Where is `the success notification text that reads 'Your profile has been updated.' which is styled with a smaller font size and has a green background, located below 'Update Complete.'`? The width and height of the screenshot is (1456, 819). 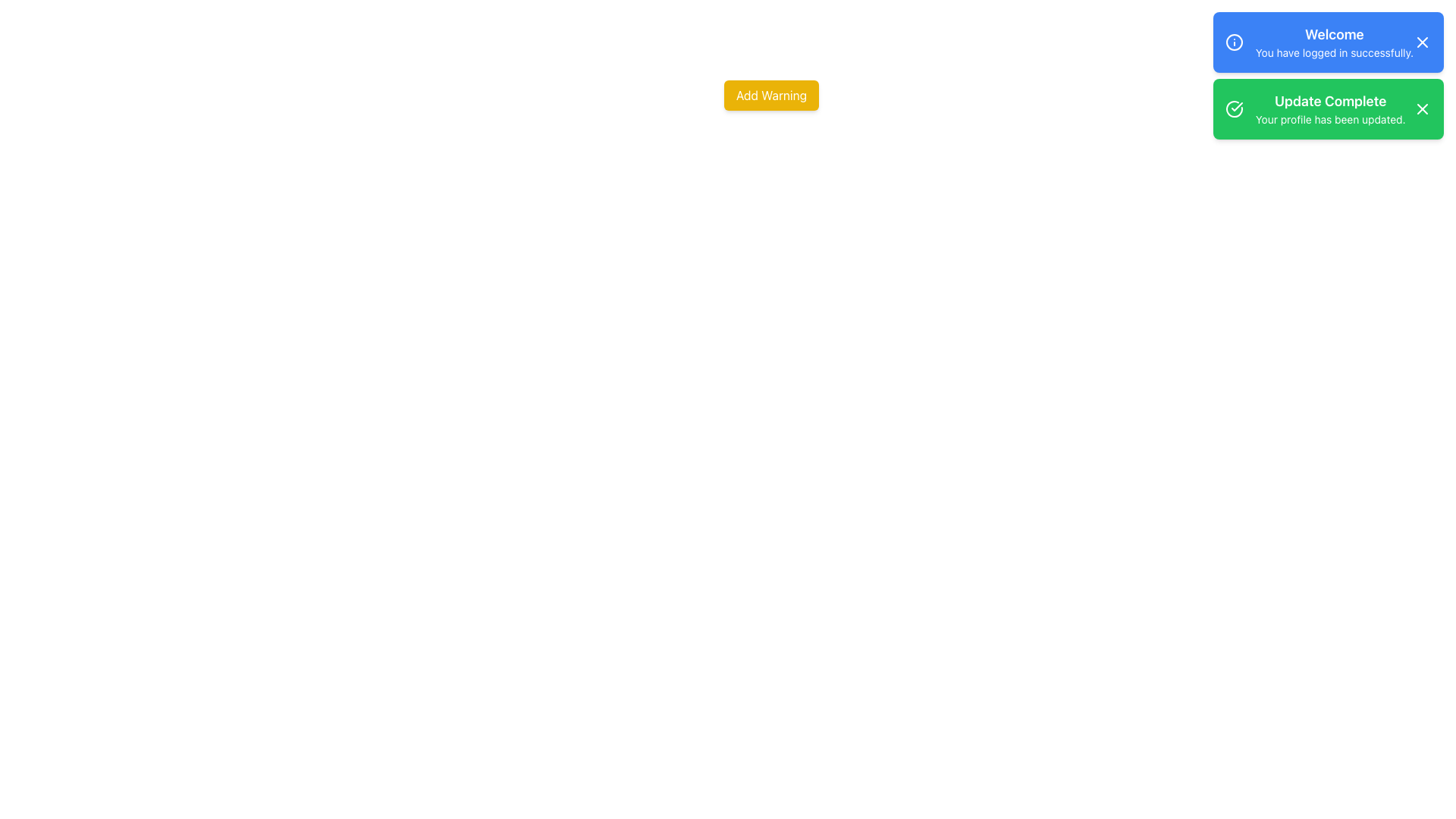
the success notification text that reads 'Your profile has been updated.' which is styled with a smaller font size and has a green background, located below 'Update Complete.' is located at coordinates (1329, 119).